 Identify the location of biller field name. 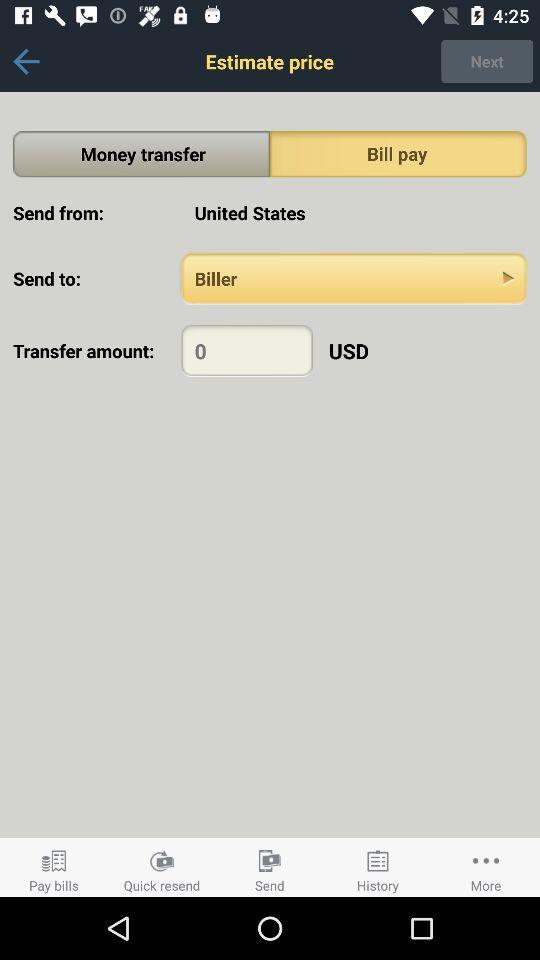
(353, 277).